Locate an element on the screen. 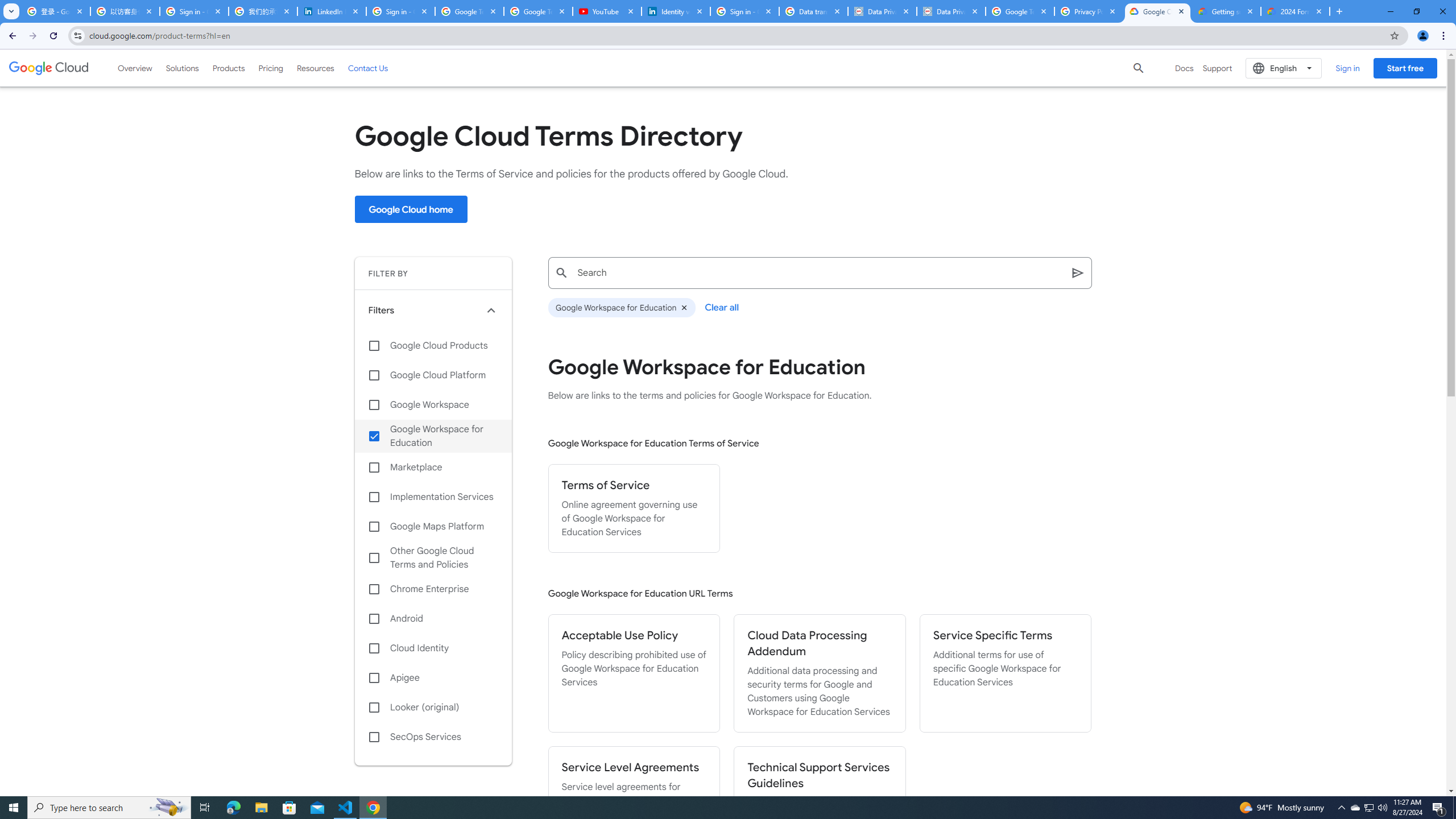 The image size is (1456, 819). 'Android' is located at coordinates (433, 618).